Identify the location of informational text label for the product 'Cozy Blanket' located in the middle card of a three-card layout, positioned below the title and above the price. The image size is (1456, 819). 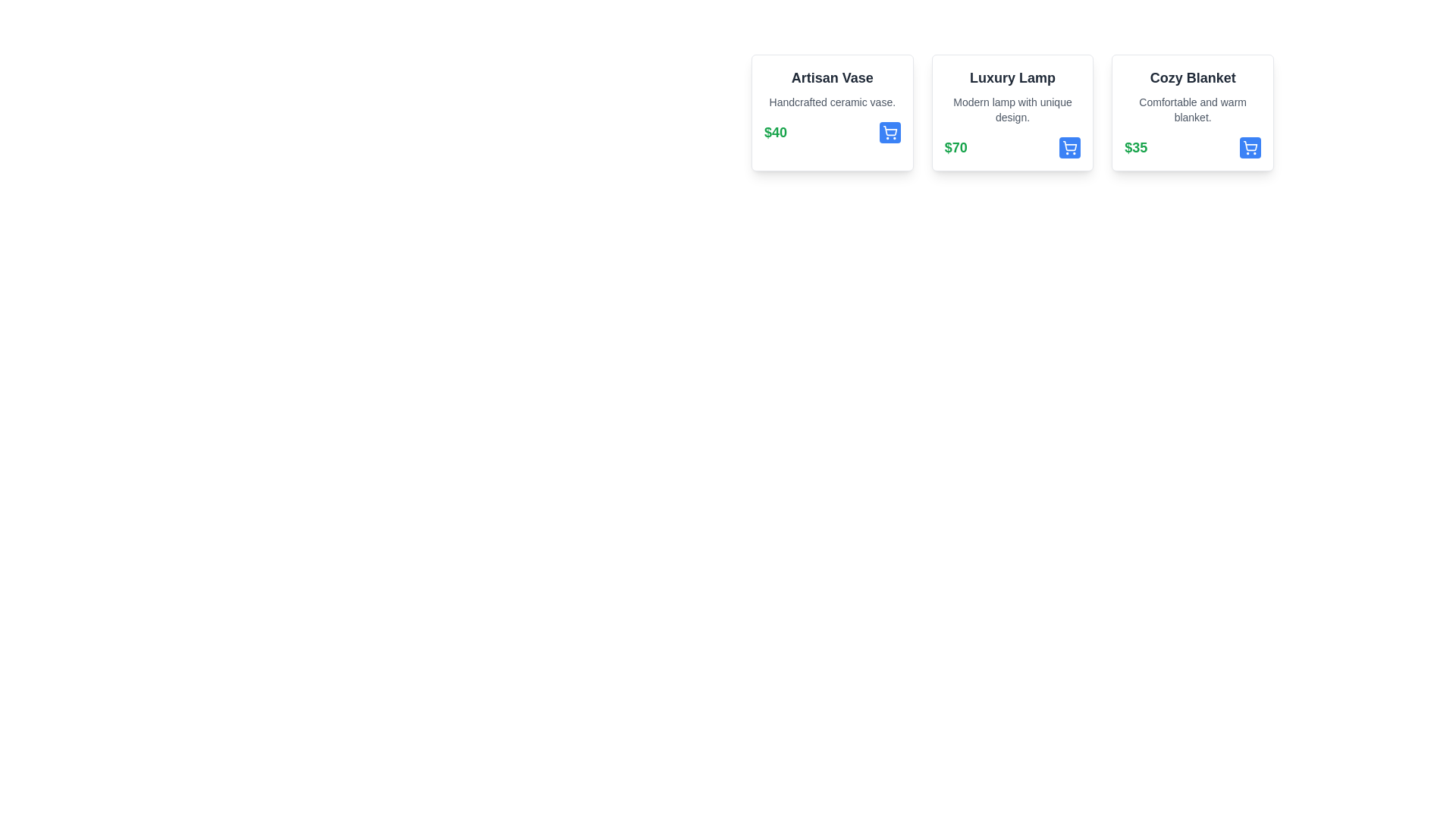
(1192, 109).